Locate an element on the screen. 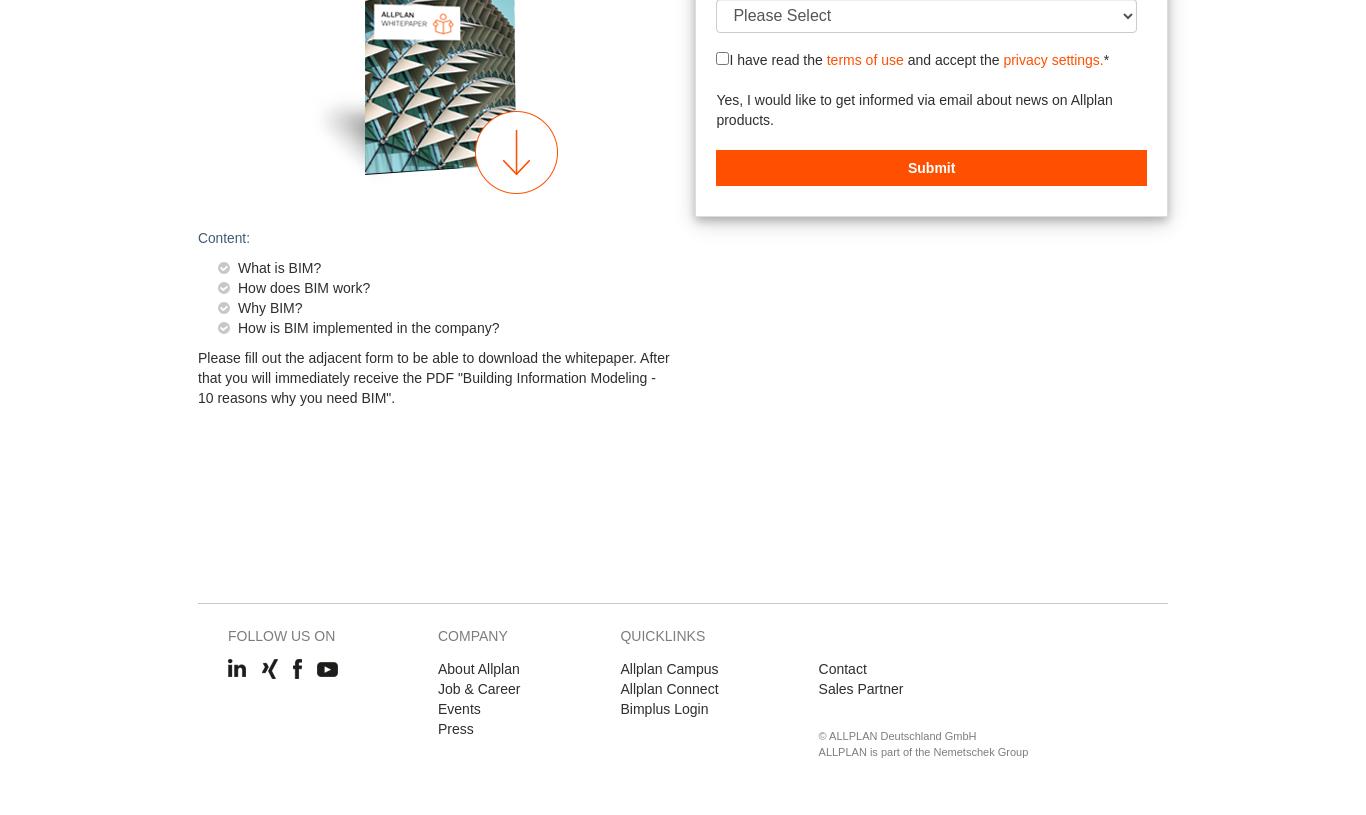 Image resolution: width=1366 pixels, height=815 pixels. 'Bimplus Login' is located at coordinates (663, 708).